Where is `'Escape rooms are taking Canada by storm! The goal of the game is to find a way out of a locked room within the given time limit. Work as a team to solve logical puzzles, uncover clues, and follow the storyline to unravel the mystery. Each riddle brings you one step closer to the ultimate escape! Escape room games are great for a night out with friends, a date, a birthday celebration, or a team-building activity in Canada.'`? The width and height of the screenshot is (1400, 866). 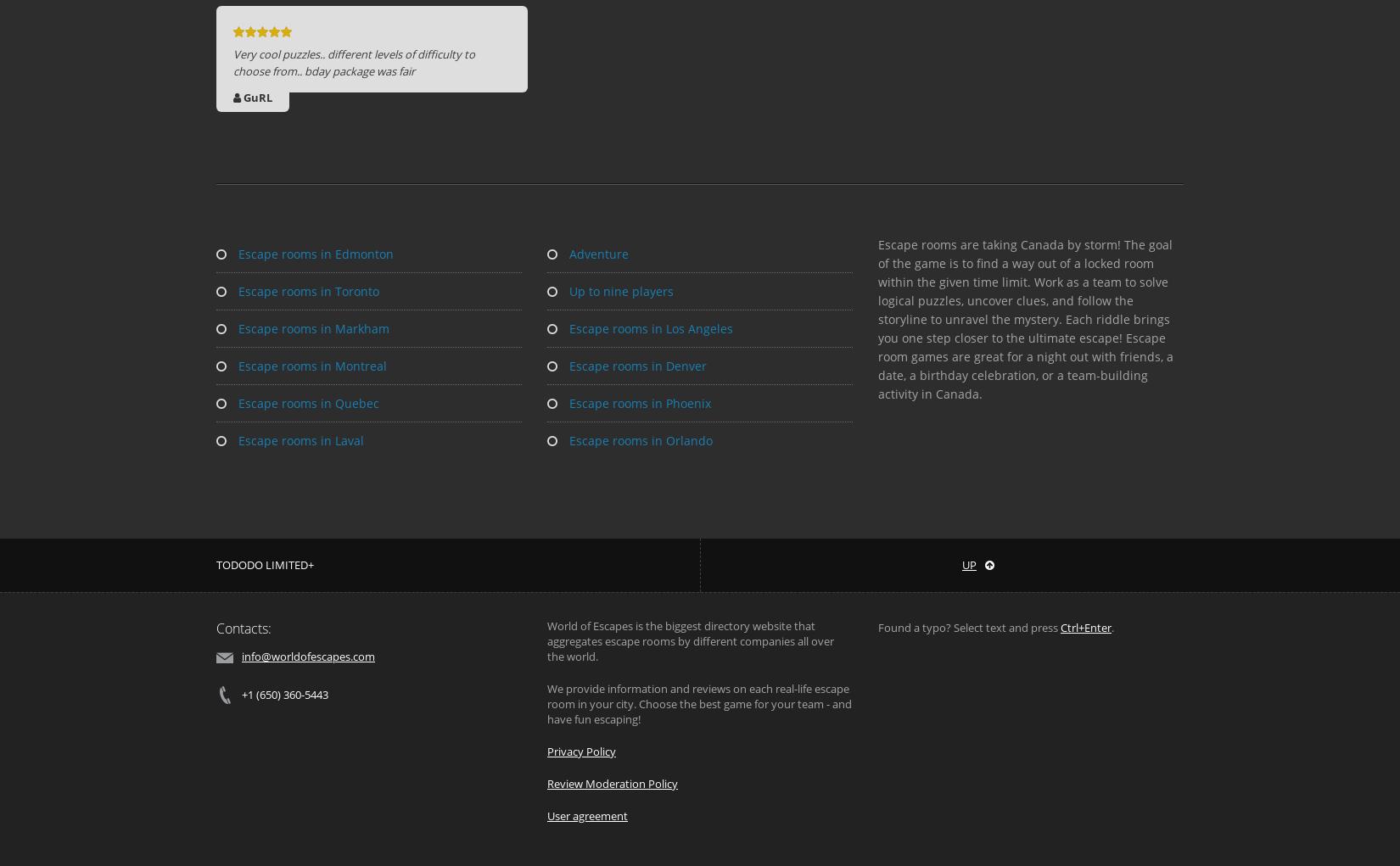
'Escape rooms are taking Canada by storm! The goal of the game is to find a way out of a locked room within the given time limit. Work as a team to solve logical puzzles, uncover clues, and follow the storyline to unravel the mystery. Each riddle brings you one step closer to the ultimate escape! Escape room games are great for a night out with friends, a date, a birthday celebration, or a team-building activity in Canada.' is located at coordinates (1025, 319).